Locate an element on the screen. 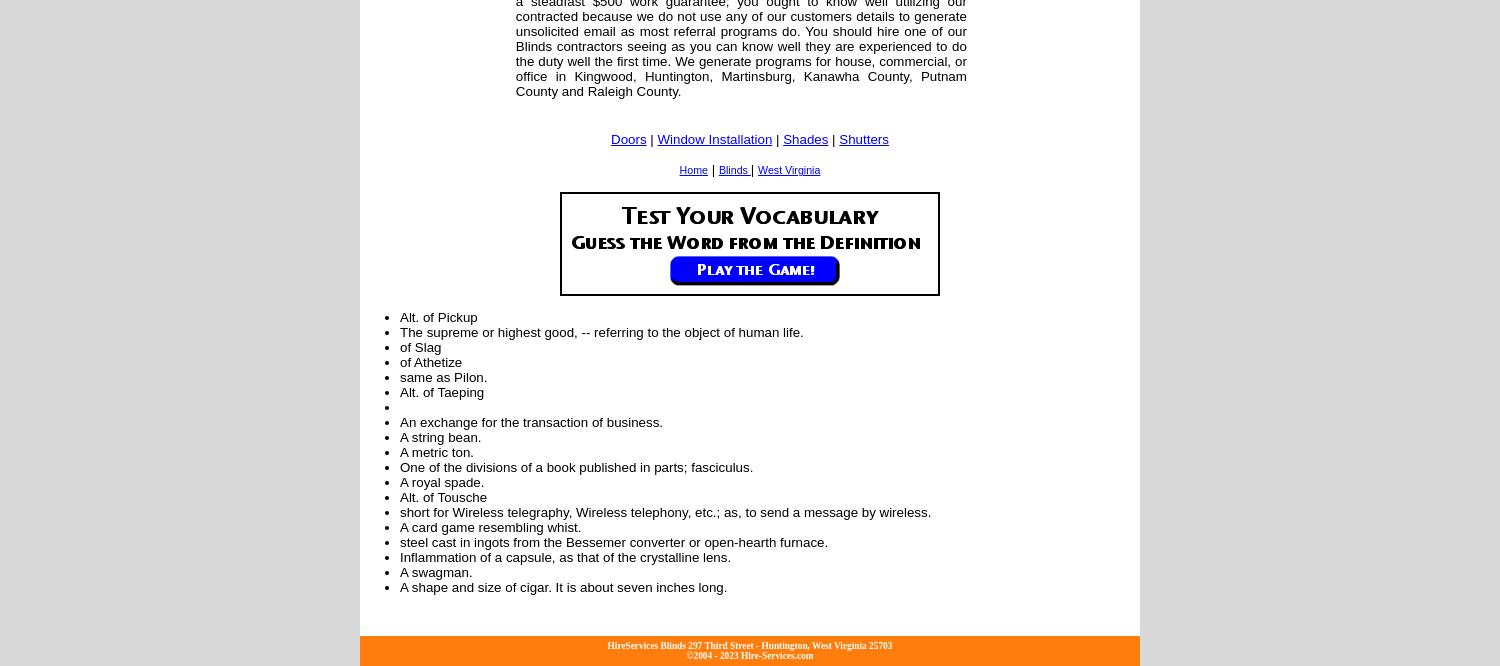 The width and height of the screenshot is (1500, 666). 'Home' is located at coordinates (692, 169).